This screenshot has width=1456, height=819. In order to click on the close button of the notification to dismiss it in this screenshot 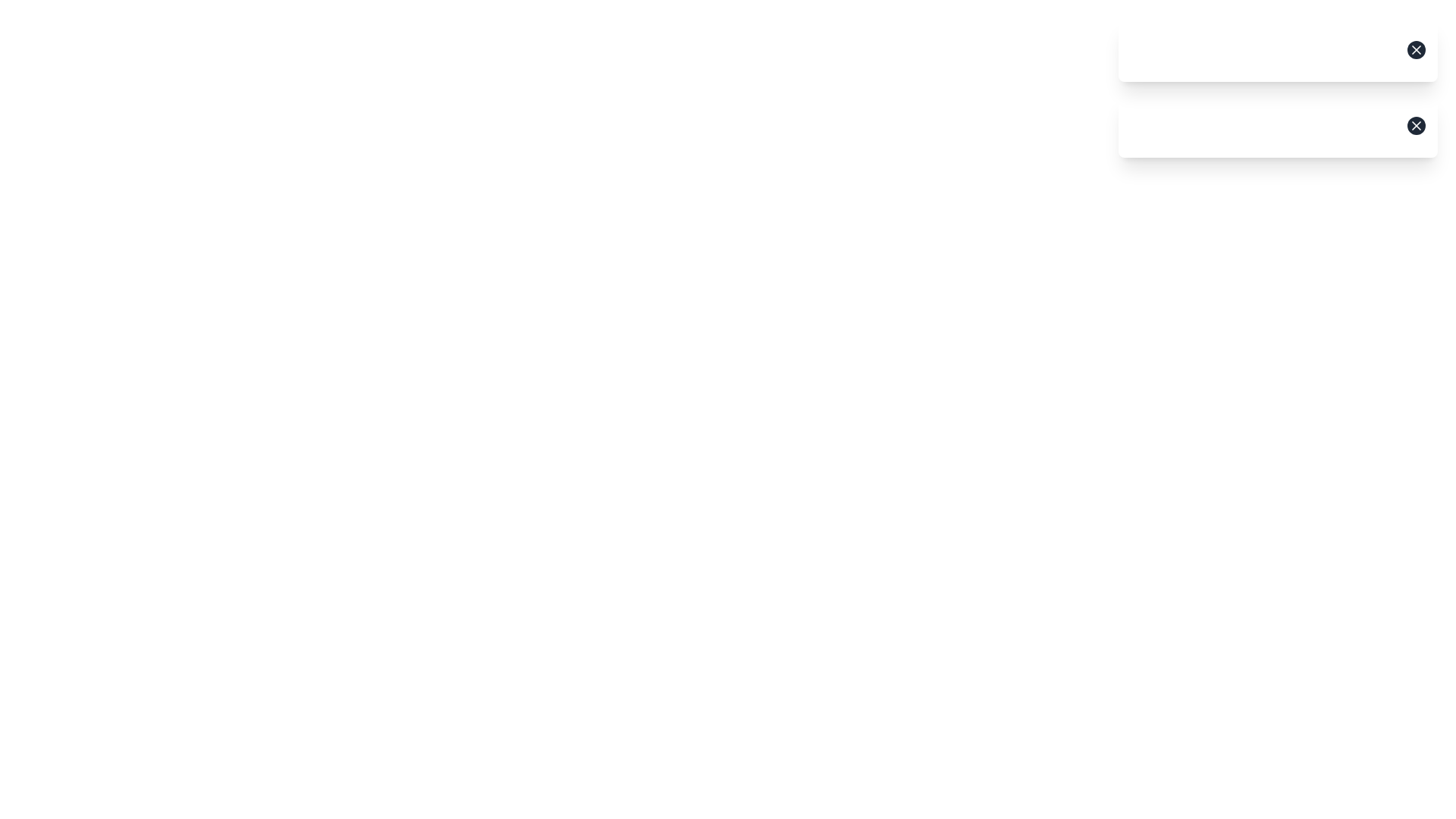, I will do `click(1415, 49)`.